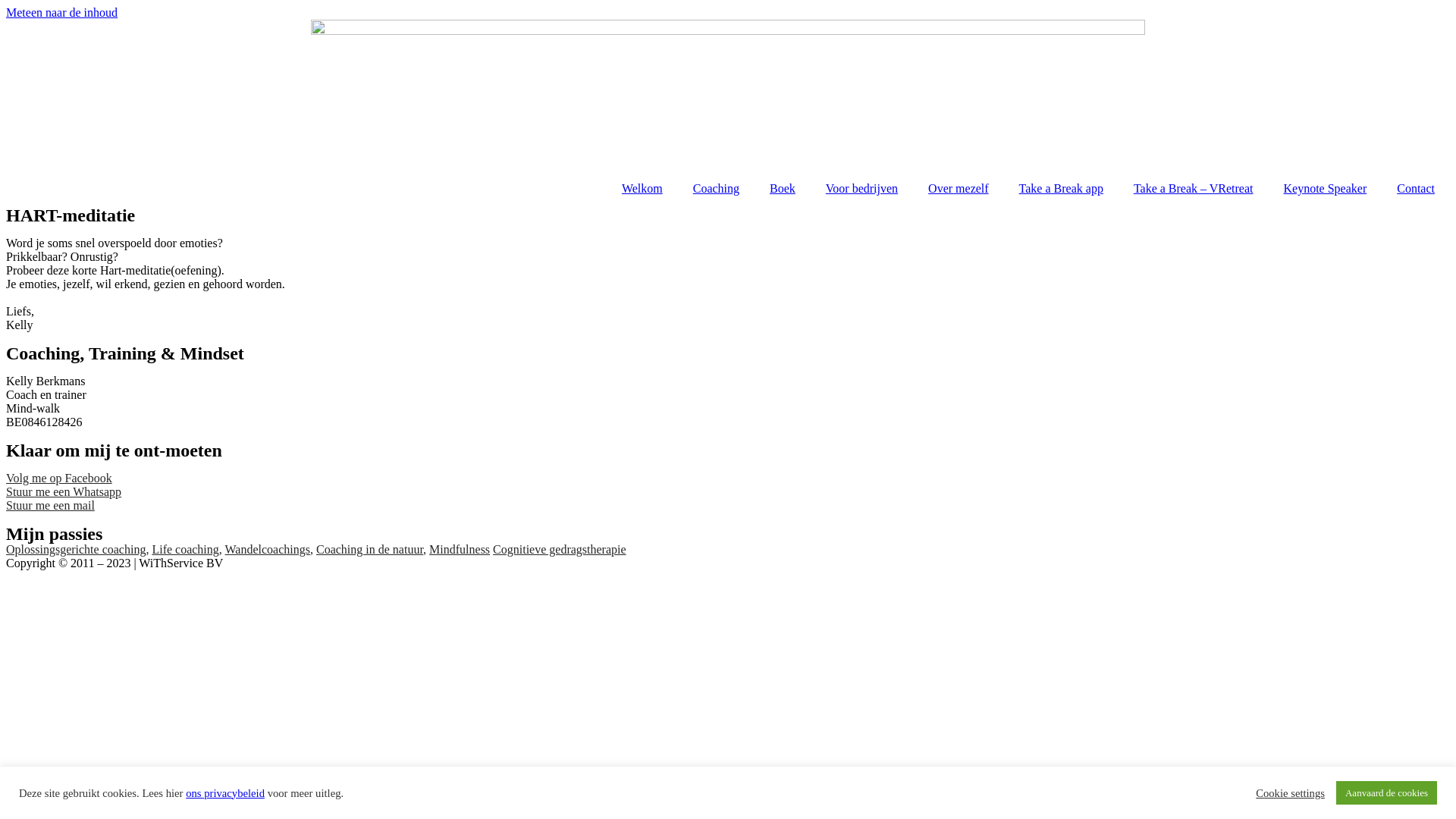 The height and width of the screenshot is (819, 1456). I want to click on 'Aanvaard de cookies', so click(1386, 792).